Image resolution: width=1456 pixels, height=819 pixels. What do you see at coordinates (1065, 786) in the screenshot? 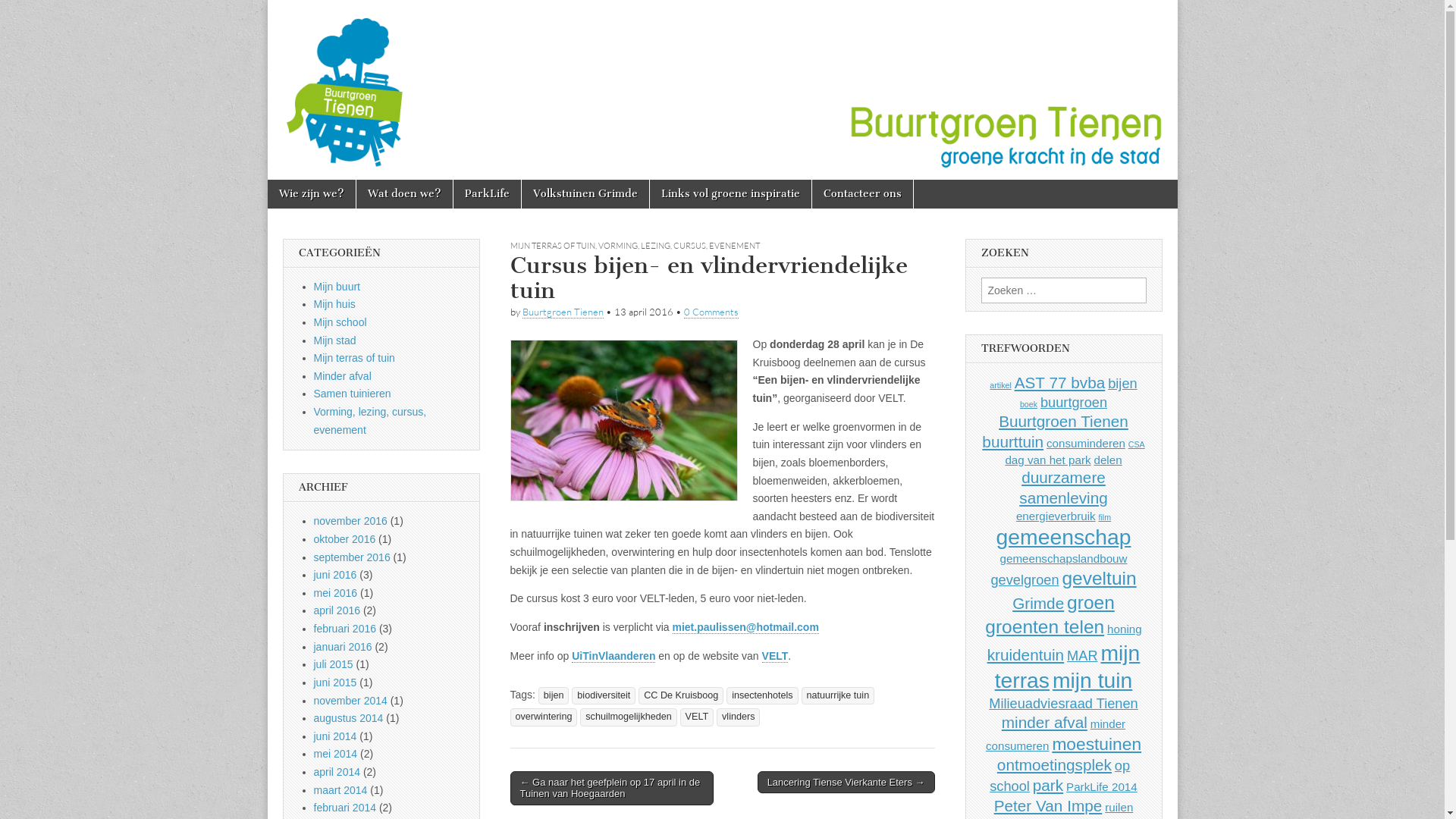
I see `'ParkLife 2014'` at bounding box center [1065, 786].